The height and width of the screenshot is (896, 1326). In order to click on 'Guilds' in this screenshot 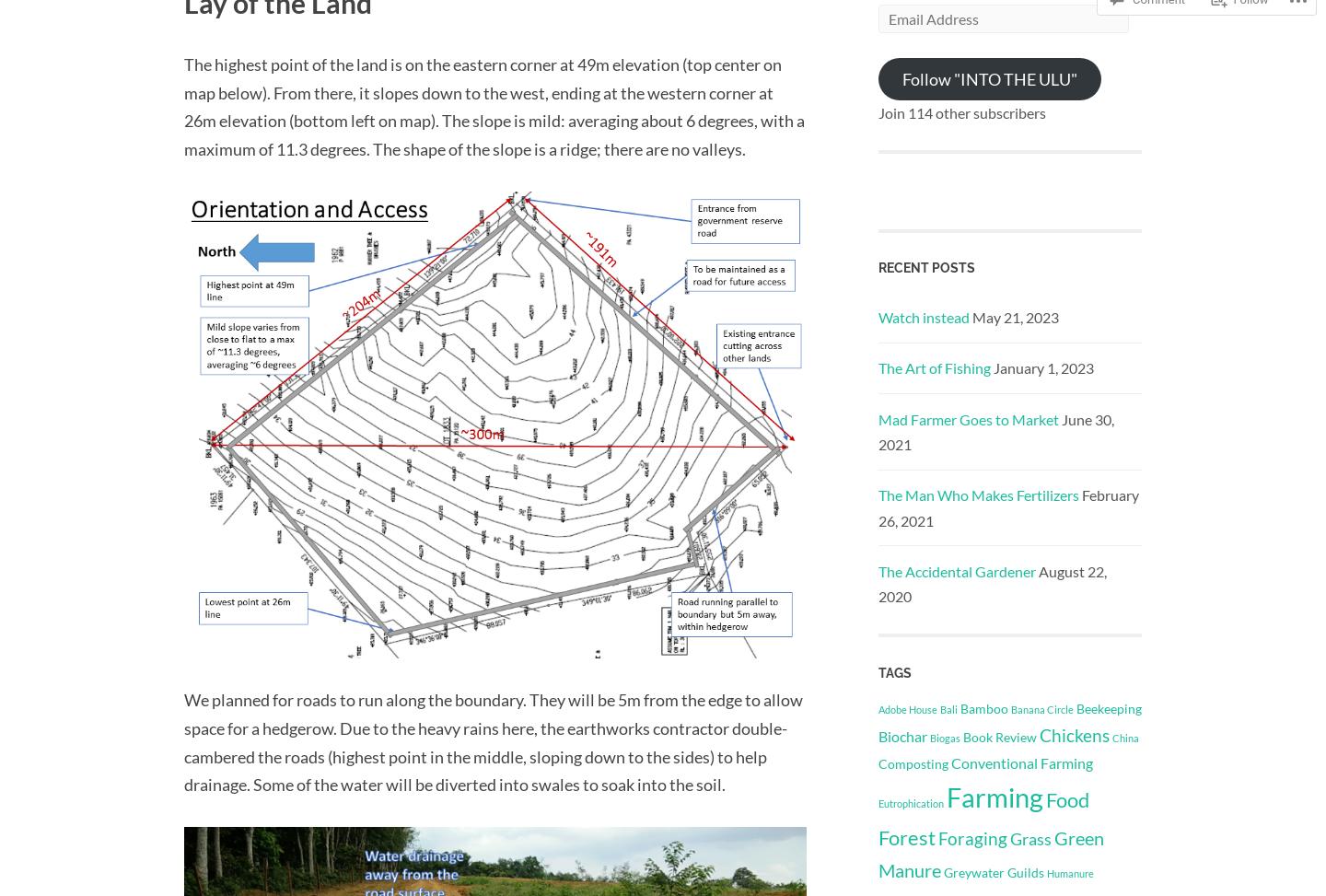, I will do `click(1024, 871)`.